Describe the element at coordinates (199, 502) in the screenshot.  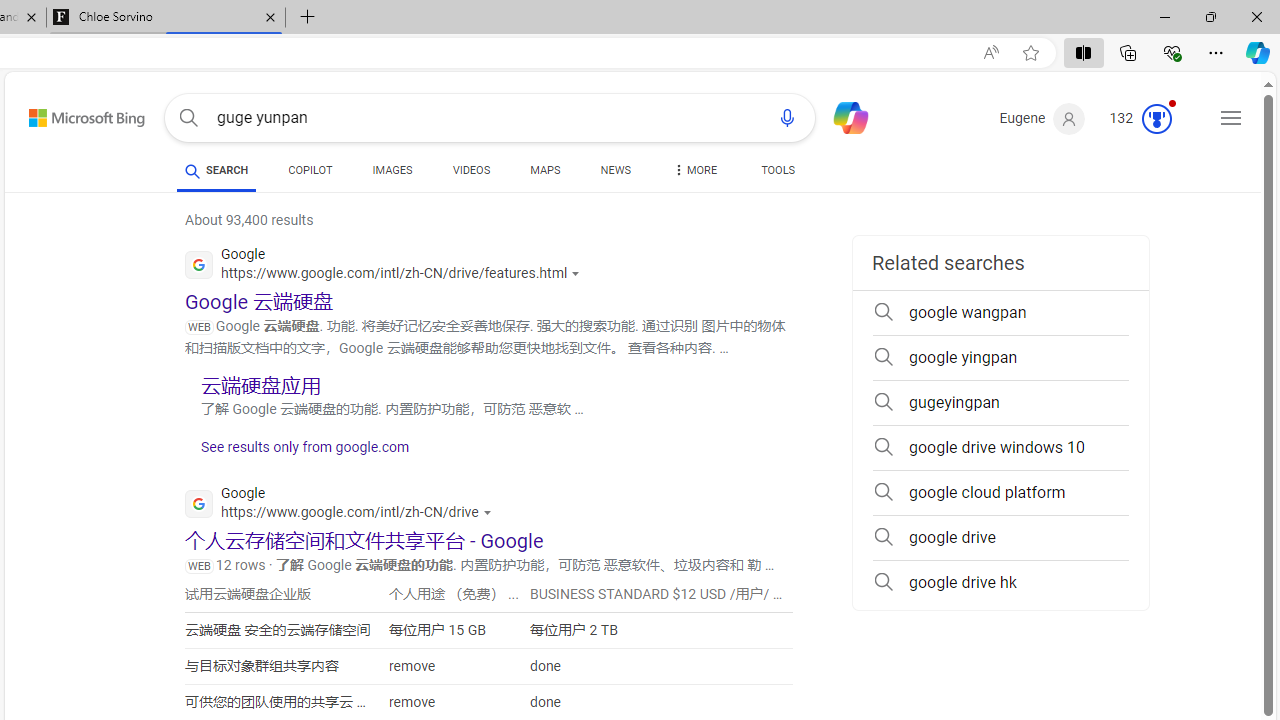
I see `'Global web icon'` at that location.